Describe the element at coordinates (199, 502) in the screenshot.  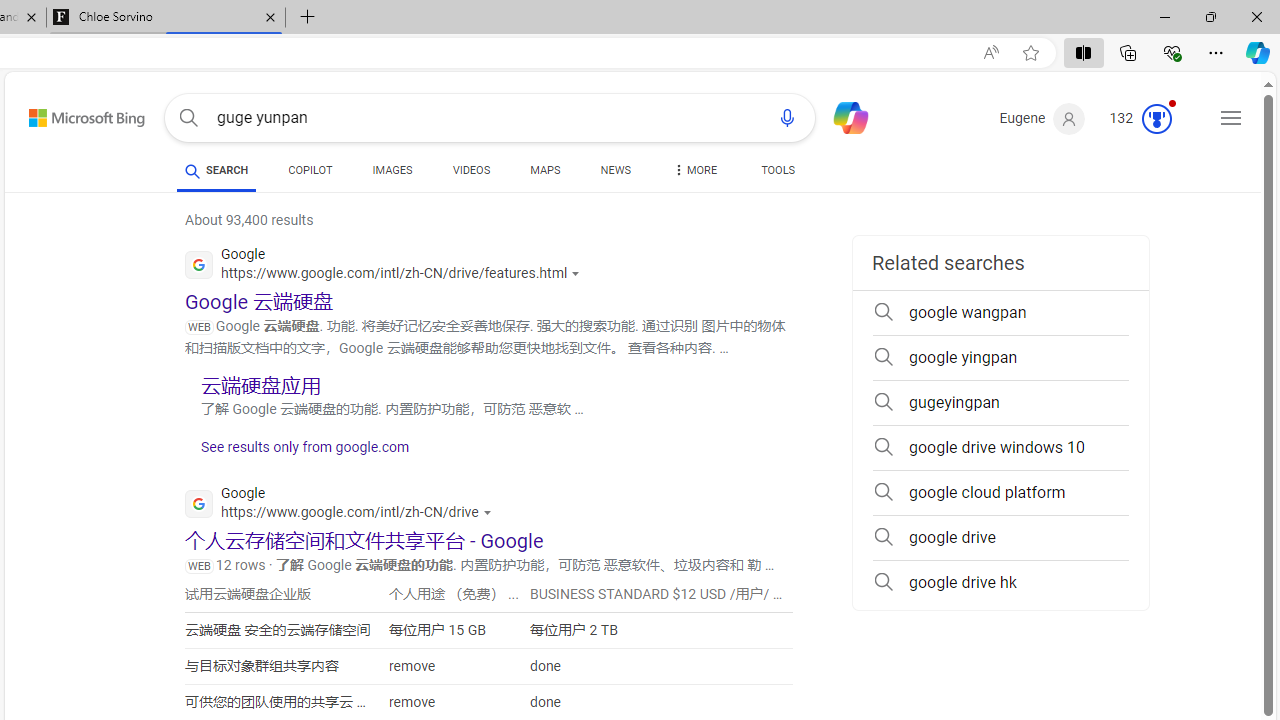
I see `'Global web icon'` at that location.